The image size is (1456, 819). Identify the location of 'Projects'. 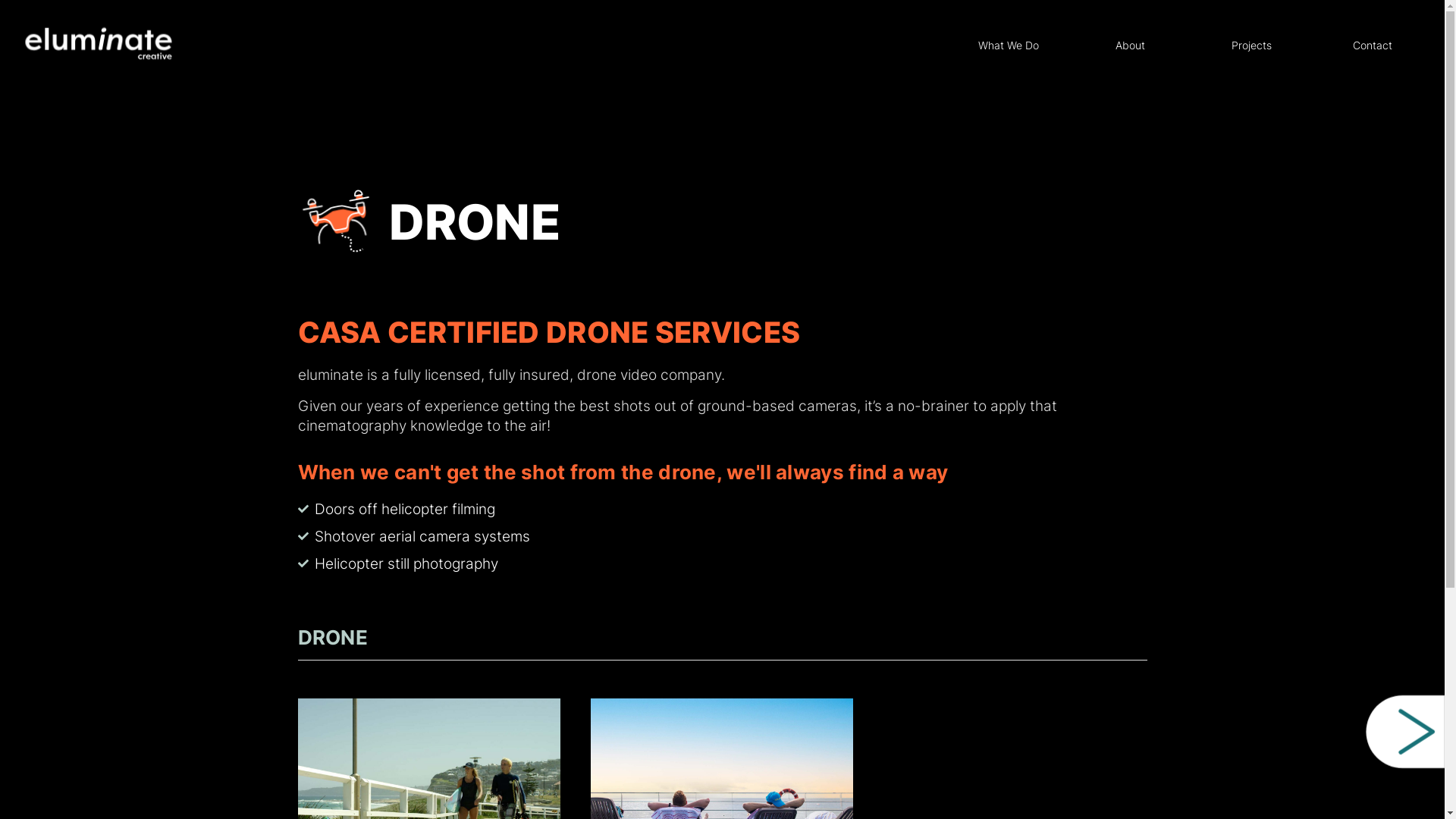
(1251, 45).